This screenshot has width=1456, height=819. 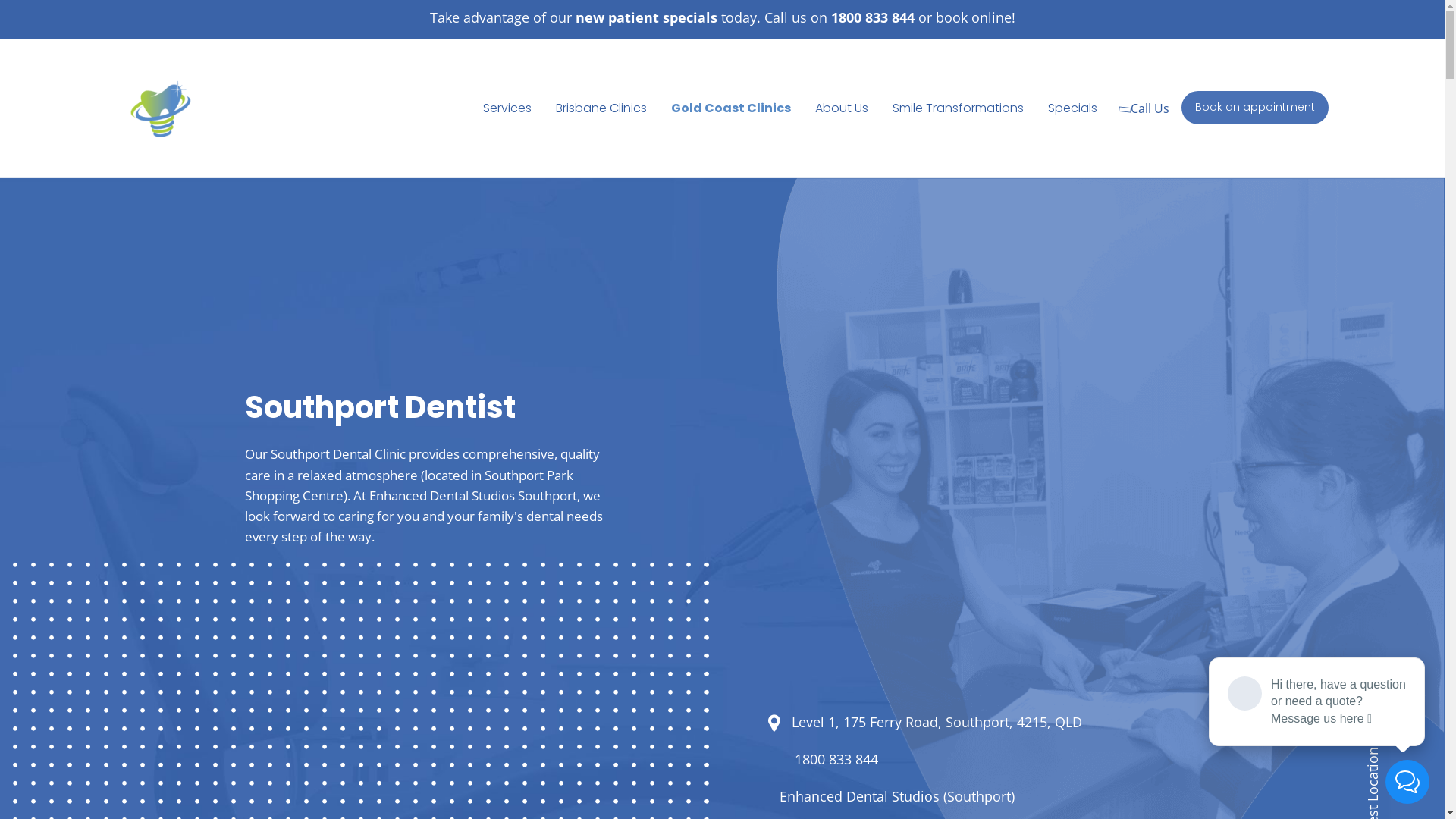 What do you see at coordinates (580, 482) in the screenshot?
I see `'Submit'` at bounding box center [580, 482].